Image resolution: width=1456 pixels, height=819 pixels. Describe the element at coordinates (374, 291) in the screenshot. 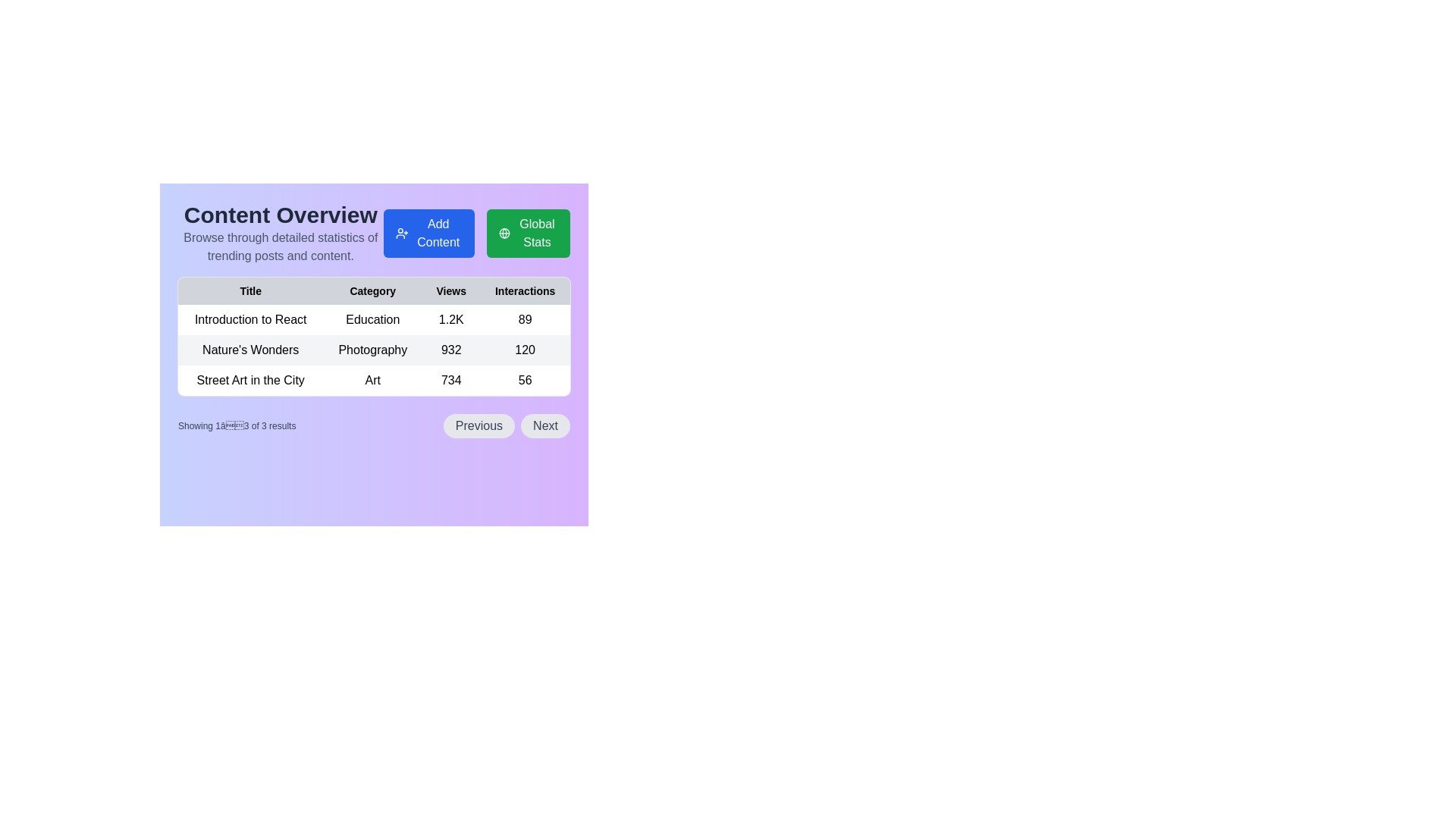

I see `text from the Table Header which includes the columns labeled 'Title', 'Category', 'Views', and 'Interactions'` at that location.